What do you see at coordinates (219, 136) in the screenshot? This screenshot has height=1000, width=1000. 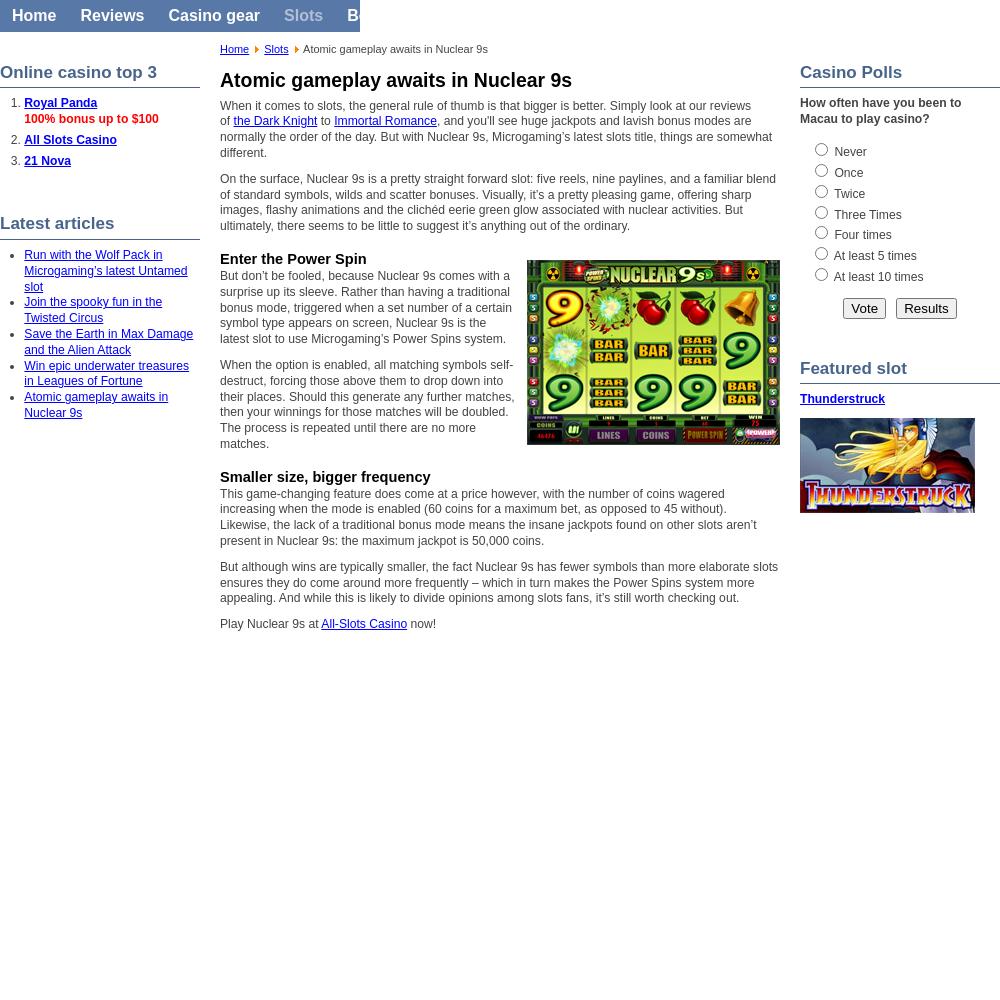 I see `', and you'll see huge jackpots and lavish bonus modes are normally the order of the day. But with Nuclear 9s, Microgaming’s latest slots title, things are somewhat different.'` at bounding box center [219, 136].